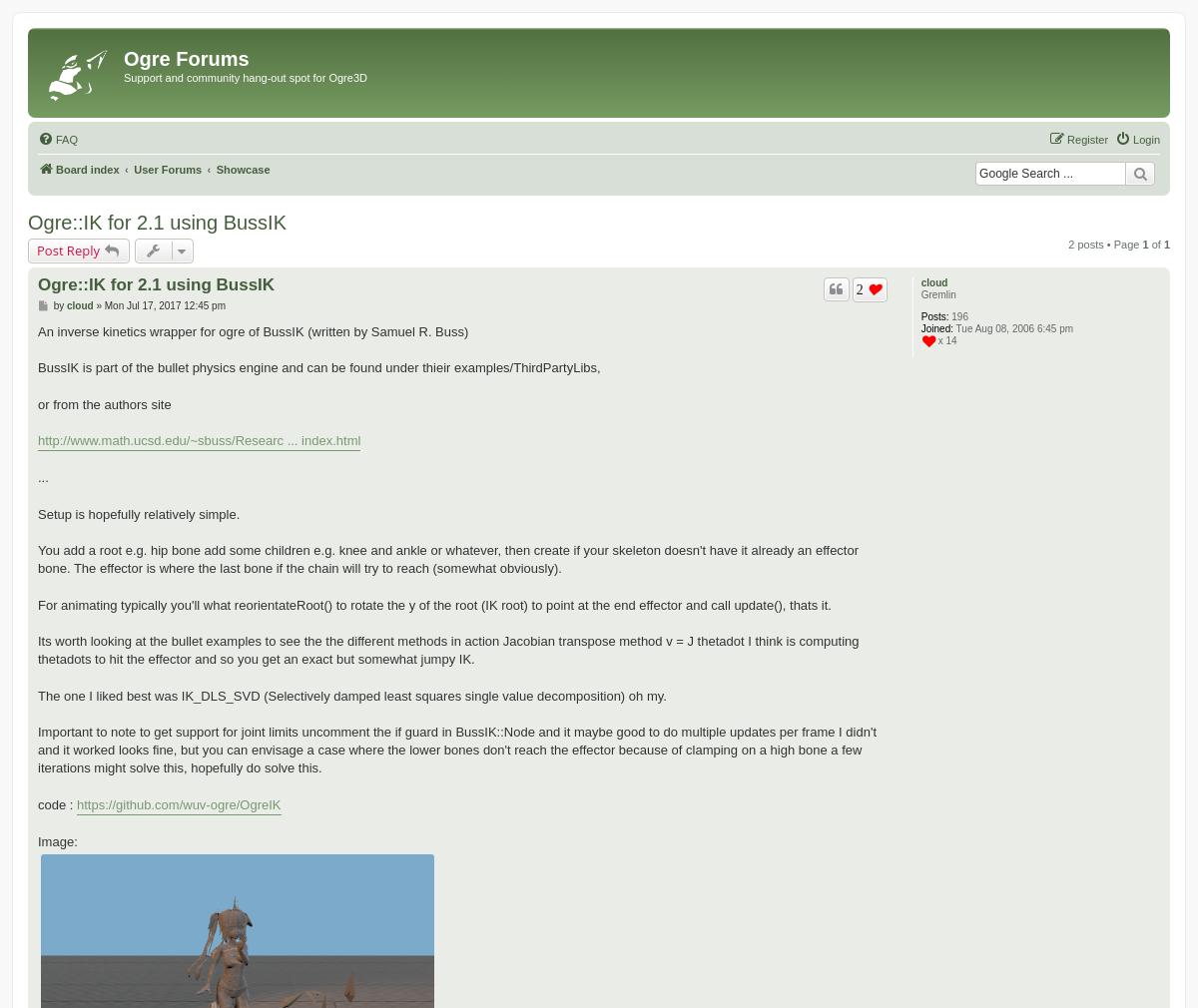 Image resolution: width=1198 pixels, height=1008 pixels. I want to click on '2', so click(858, 287).